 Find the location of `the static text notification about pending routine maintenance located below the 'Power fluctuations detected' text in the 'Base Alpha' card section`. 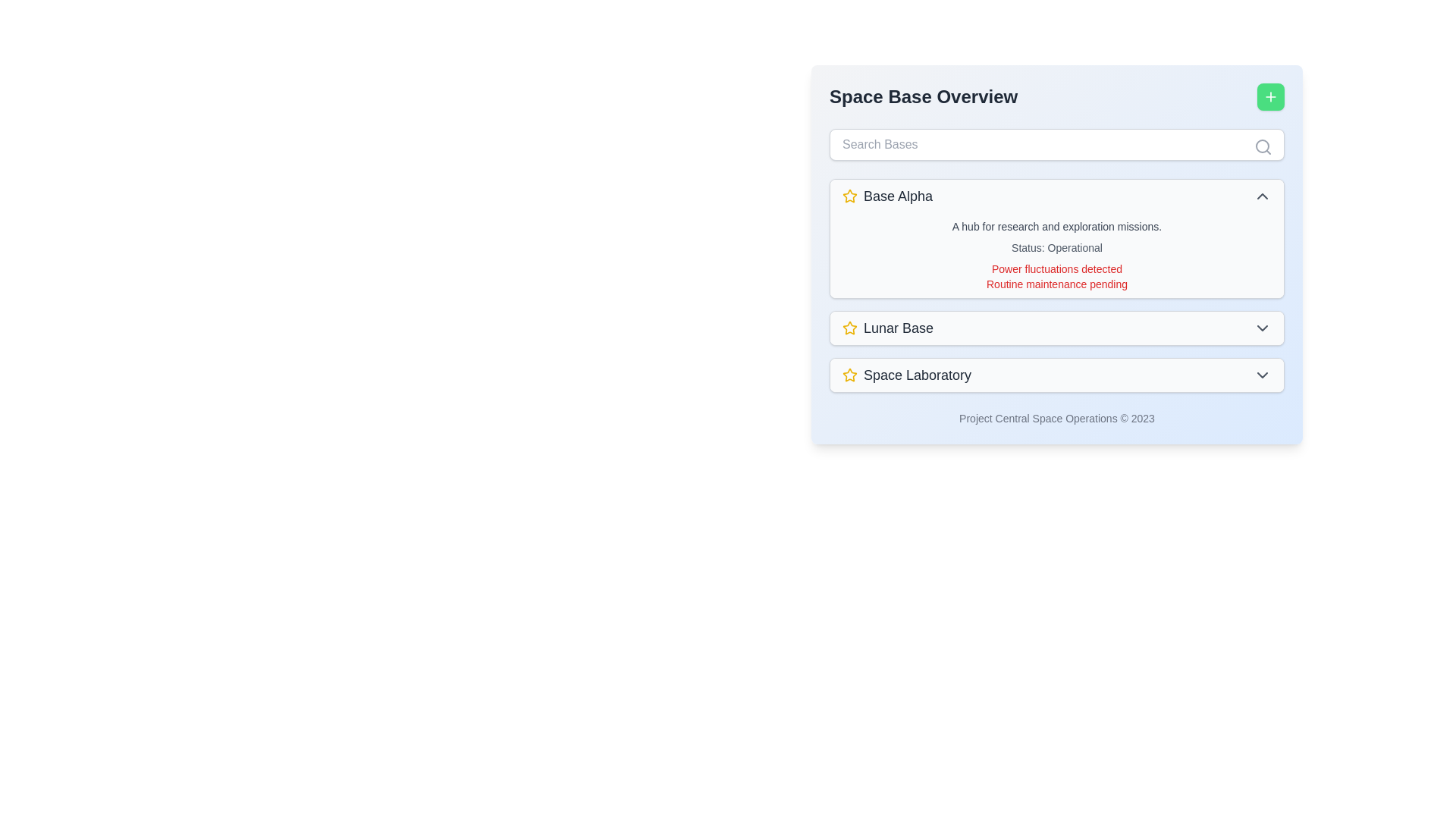

the static text notification about pending routine maintenance located below the 'Power fluctuations detected' text in the 'Base Alpha' card section is located at coordinates (1056, 284).